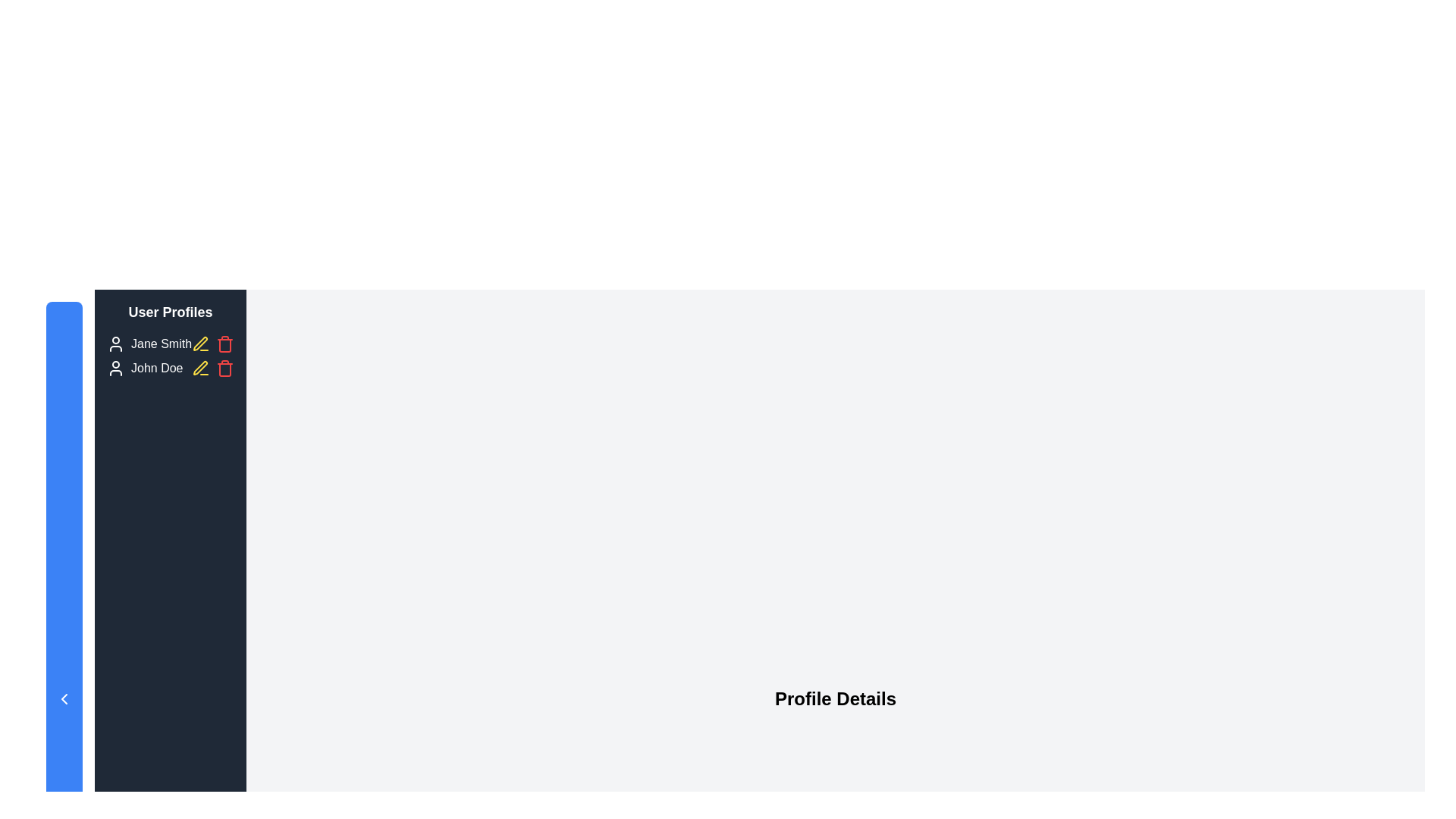  Describe the element at coordinates (145, 369) in the screenshot. I see `the user profile list item for 'John Doe'` at that location.